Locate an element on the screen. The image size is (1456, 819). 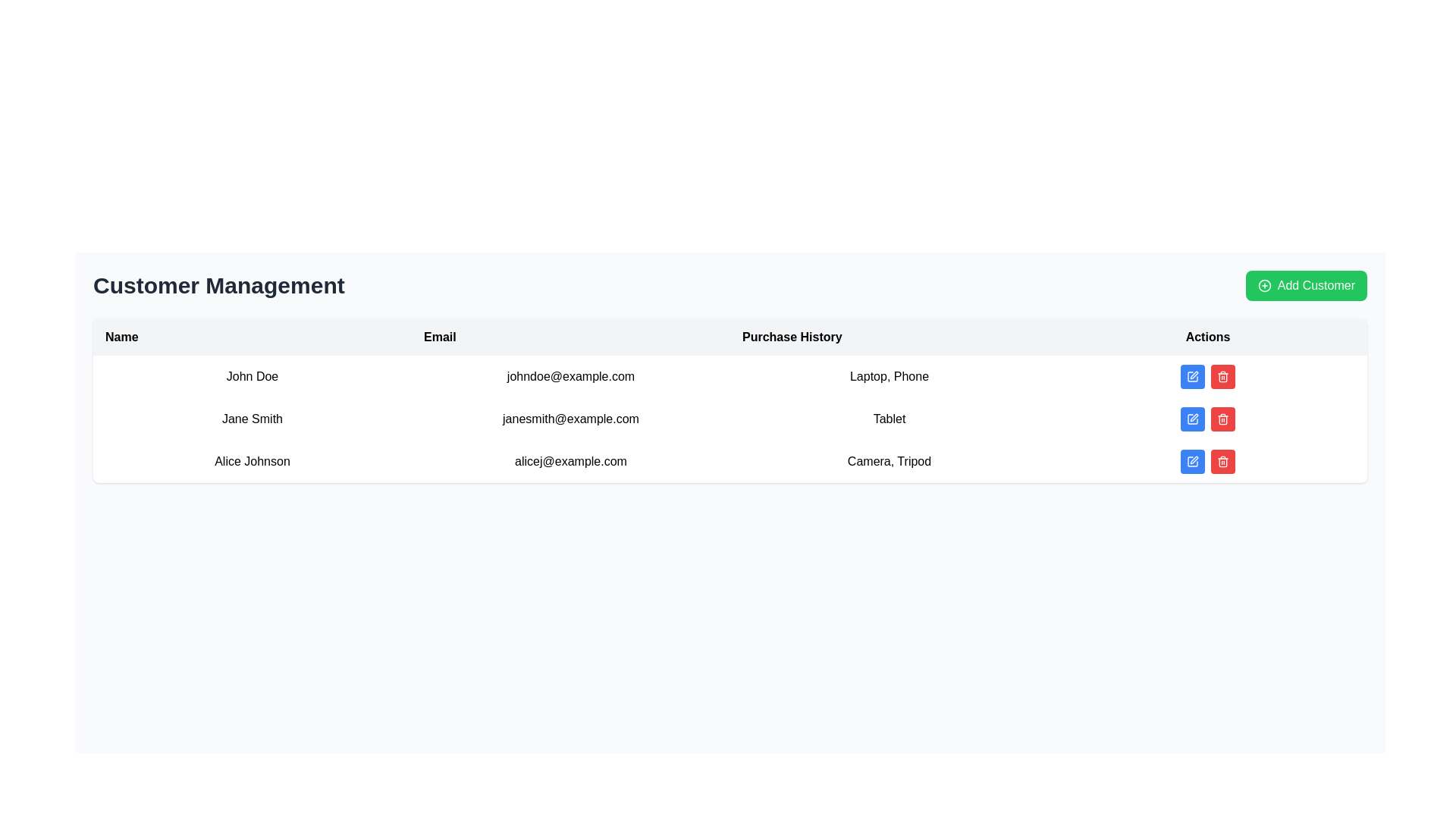
the text display that shows 'Laptop, Phone' in the third column of the first row under the 'Purchase History' section, adjacent to 'johndoe@example.com' is located at coordinates (889, 376).